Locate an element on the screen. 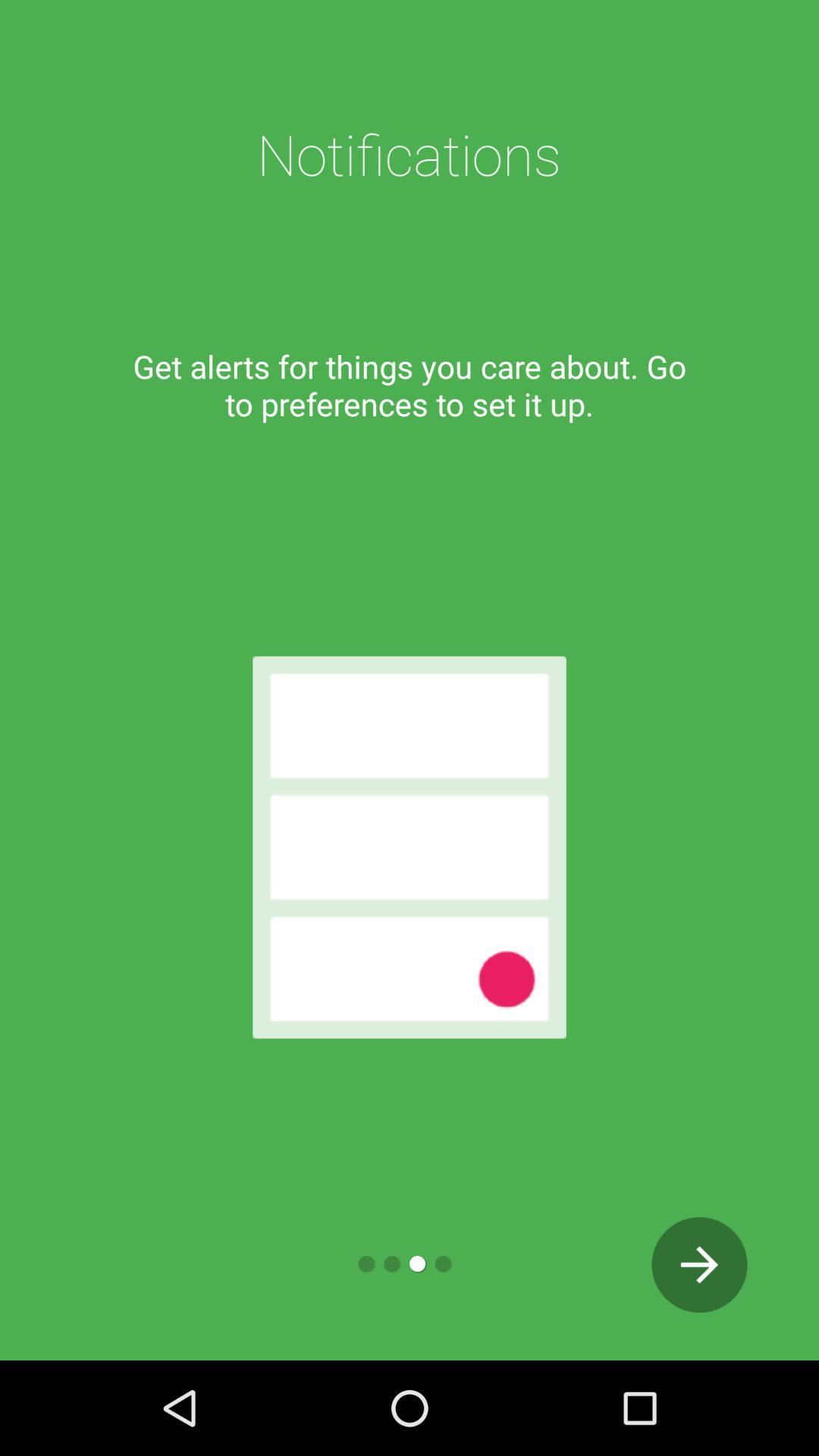 Image resolution: width=819 pixels, height=1456 pixels. next page is located at coordinates (699, 1264).